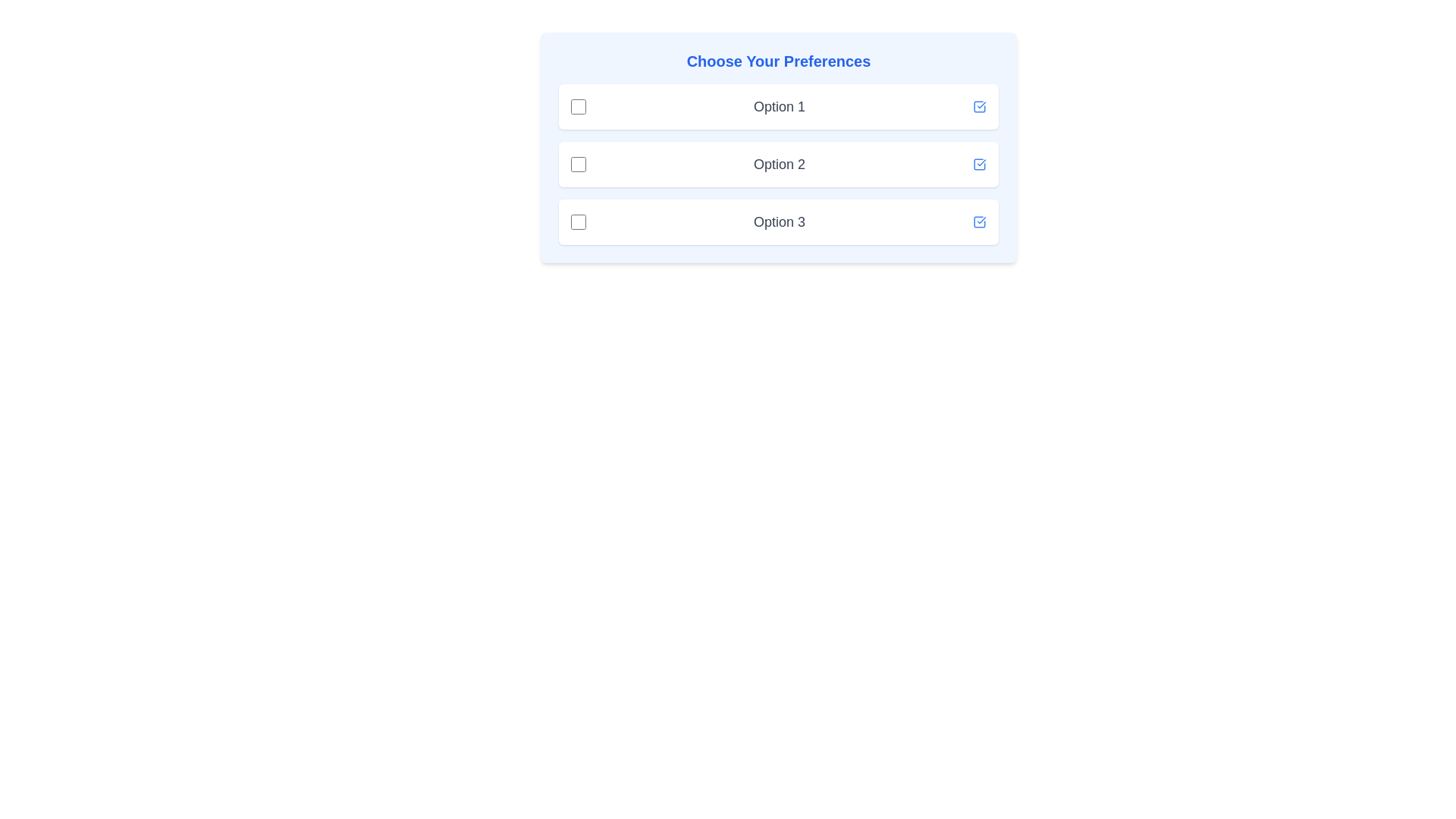 This screenshot has height=819, width=1456. What do you see at coordinates (979, 222) in the screenshot?
I see `the icon button next to Option 3 for additional actions` at bounding box center [979, 222].